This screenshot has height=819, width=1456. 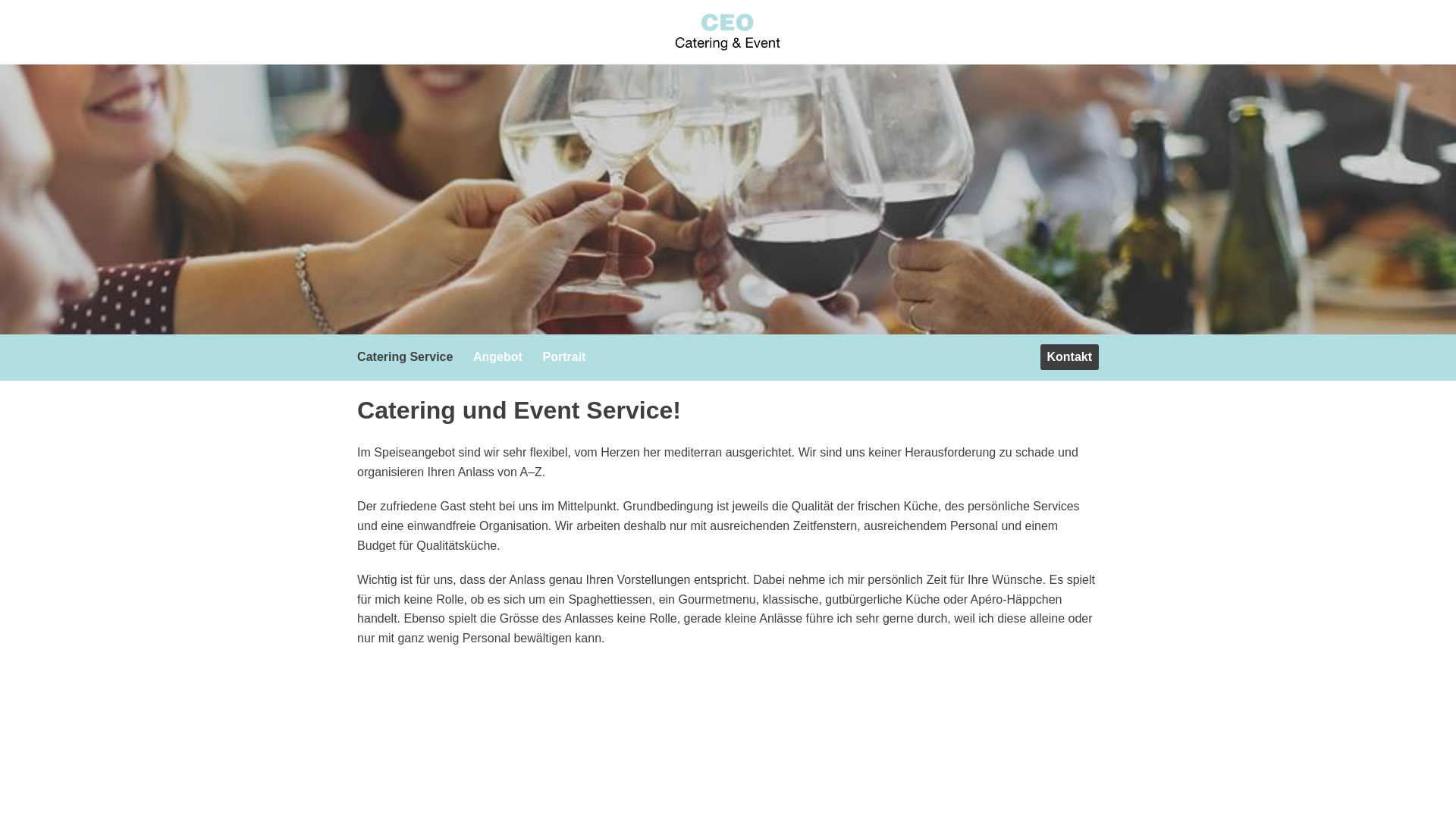 What do you see at coordinates (1068, 356) in the screenshot?
I see `'Kontakt'` at bounding box center [1068, 356].